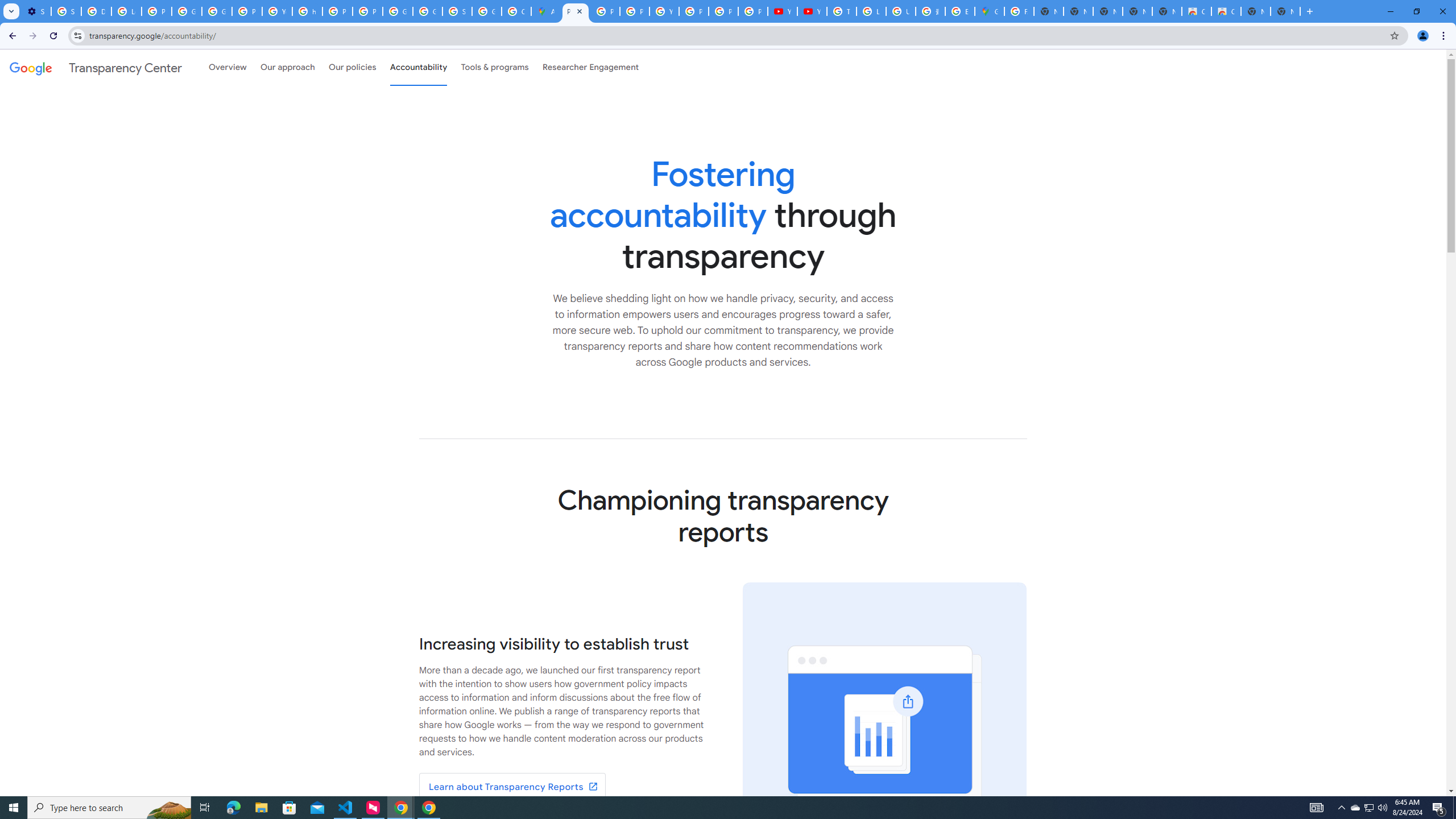  What do you see at coordinates (635, 11) in the screenshot?
I see `'Privacy Help Center - Policies Help'` at bounding box center [635, 11].